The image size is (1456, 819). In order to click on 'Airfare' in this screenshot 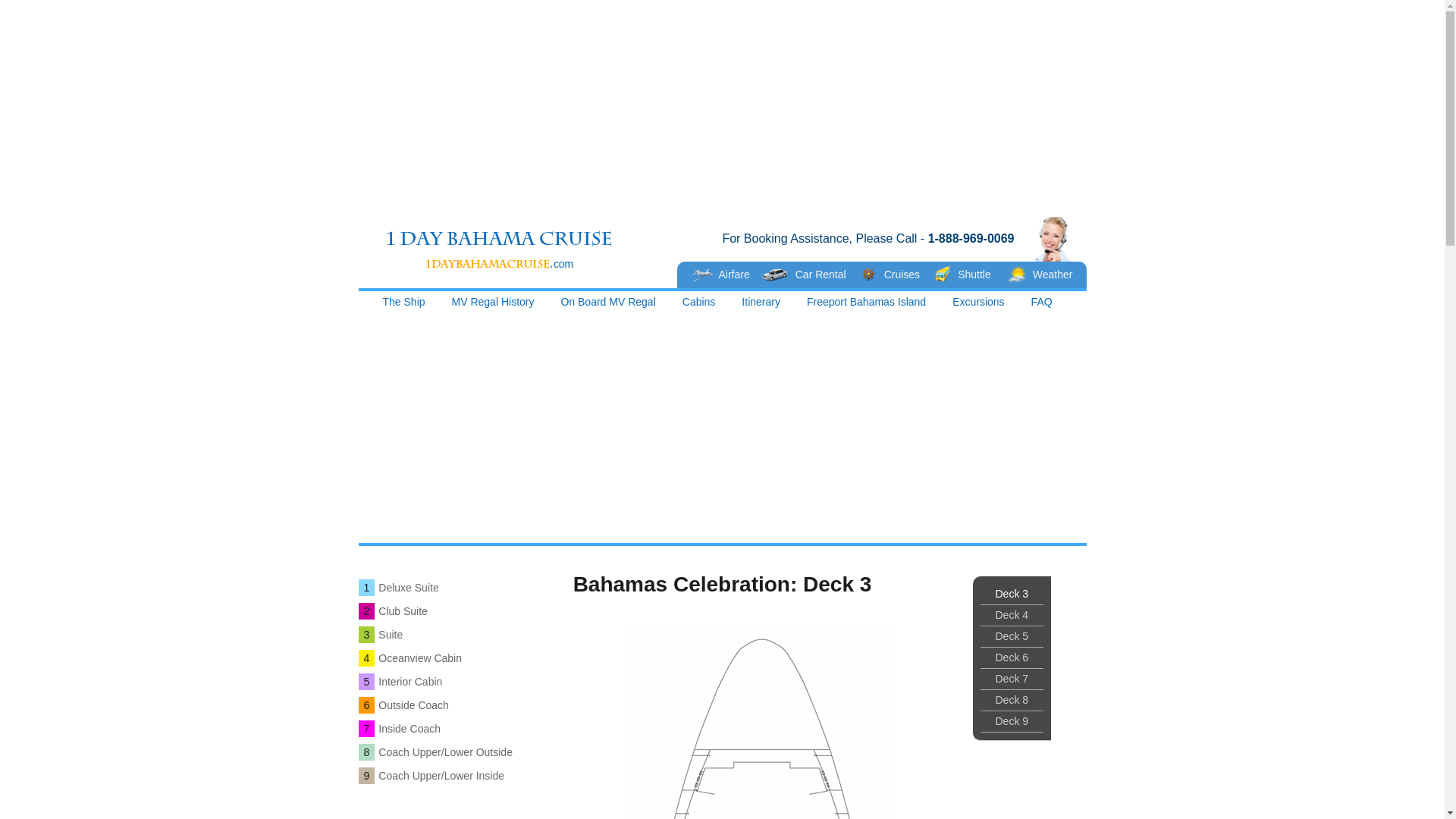, I will do `click(683, 275)`.